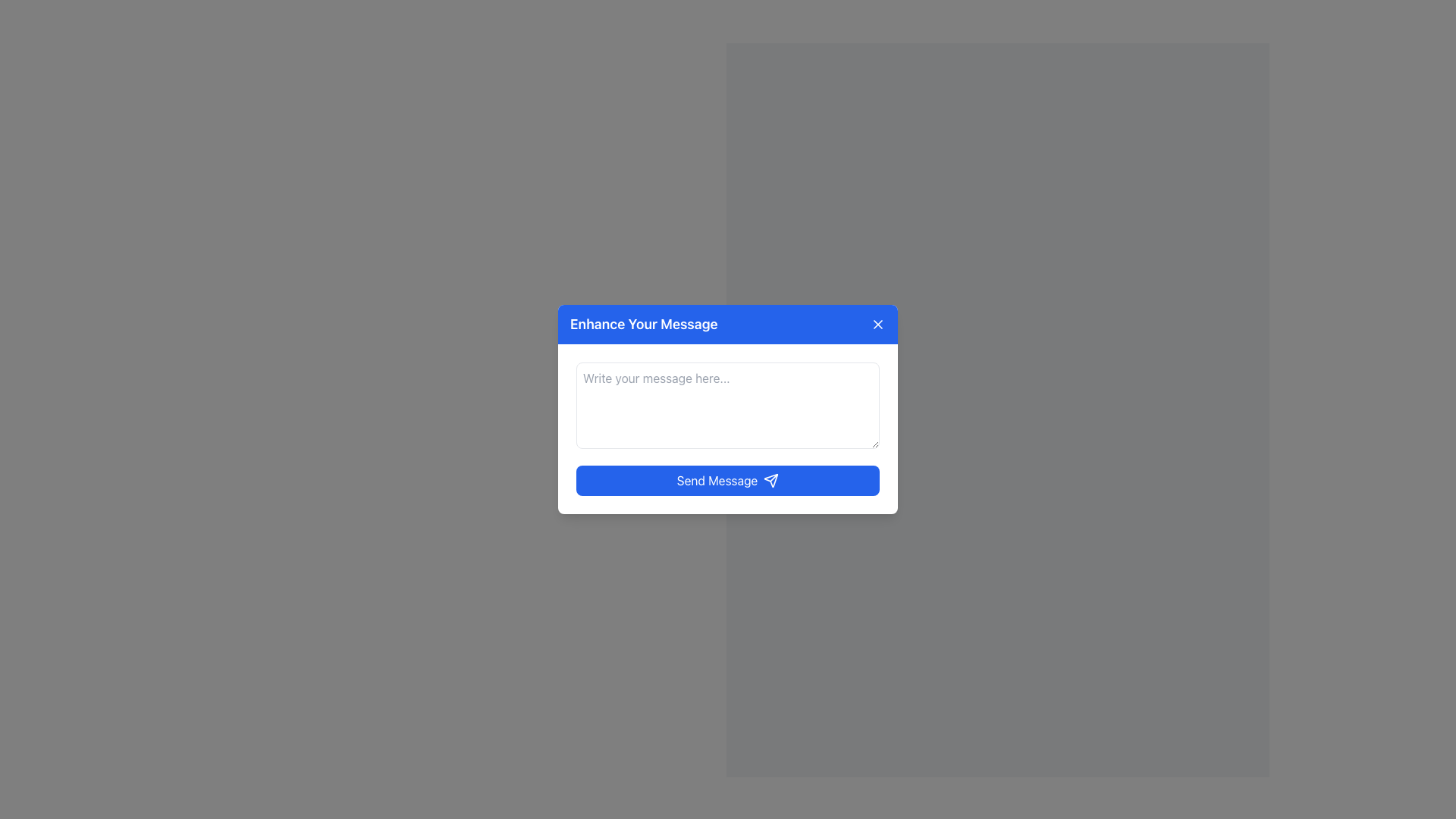 The image size is (1456, 819). I want to click on the submission button located at the center-bottom of the form to send the message, so click(728, 480).